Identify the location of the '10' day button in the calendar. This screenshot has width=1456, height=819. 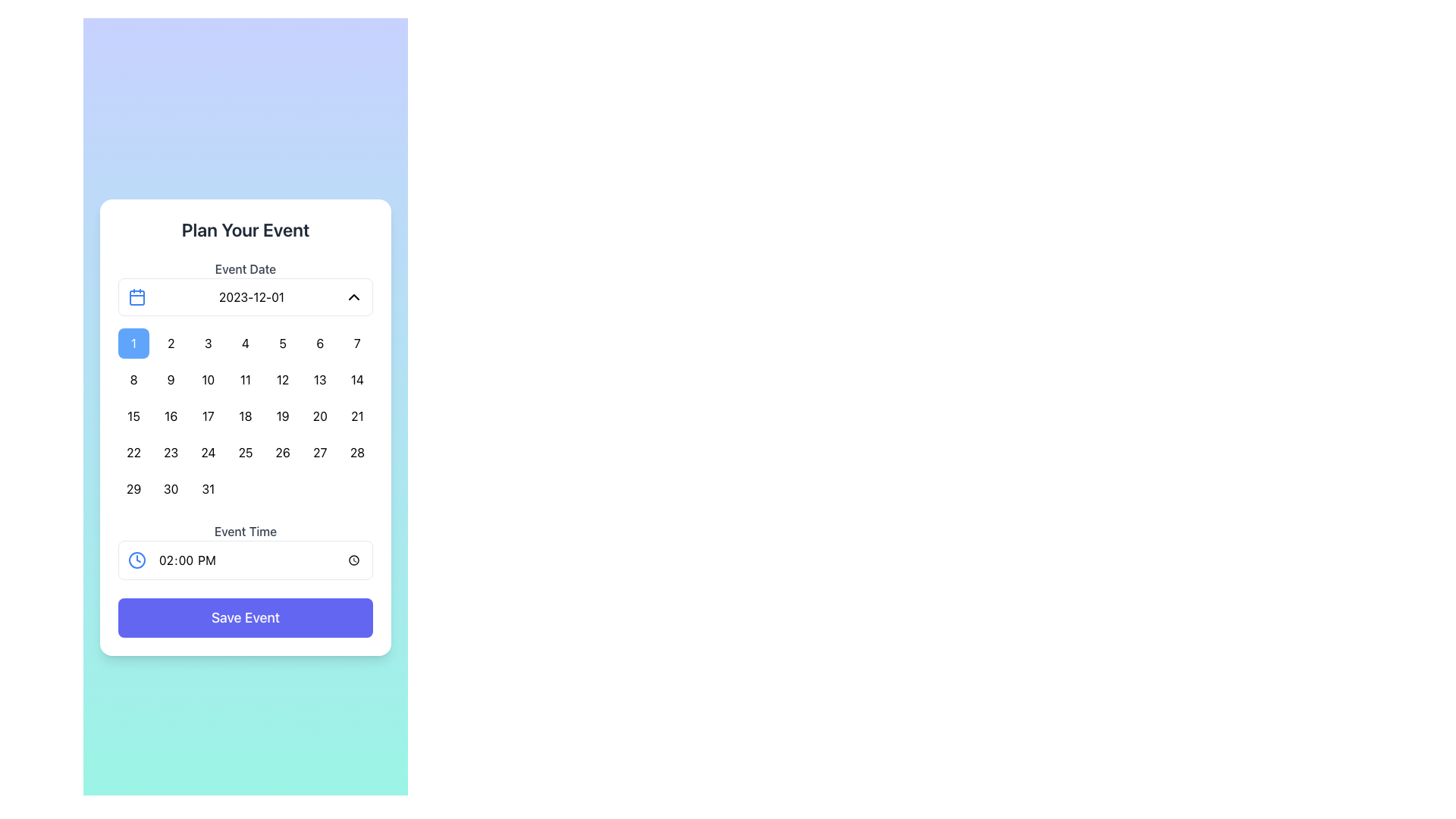
(207, 379).